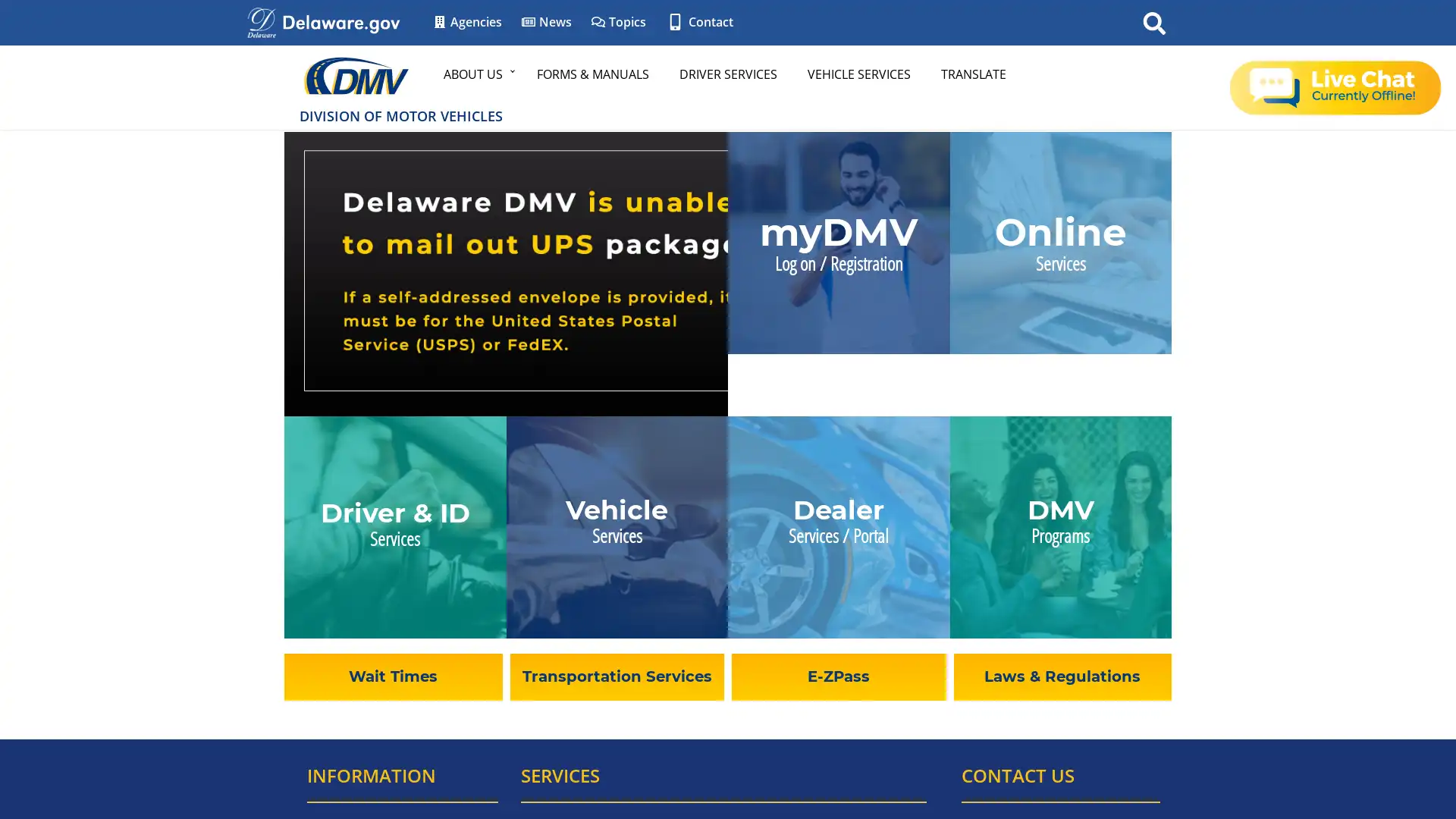 The height and width of the screenshot is (819, 1456). I want to click on Search, so click(1153, 22).